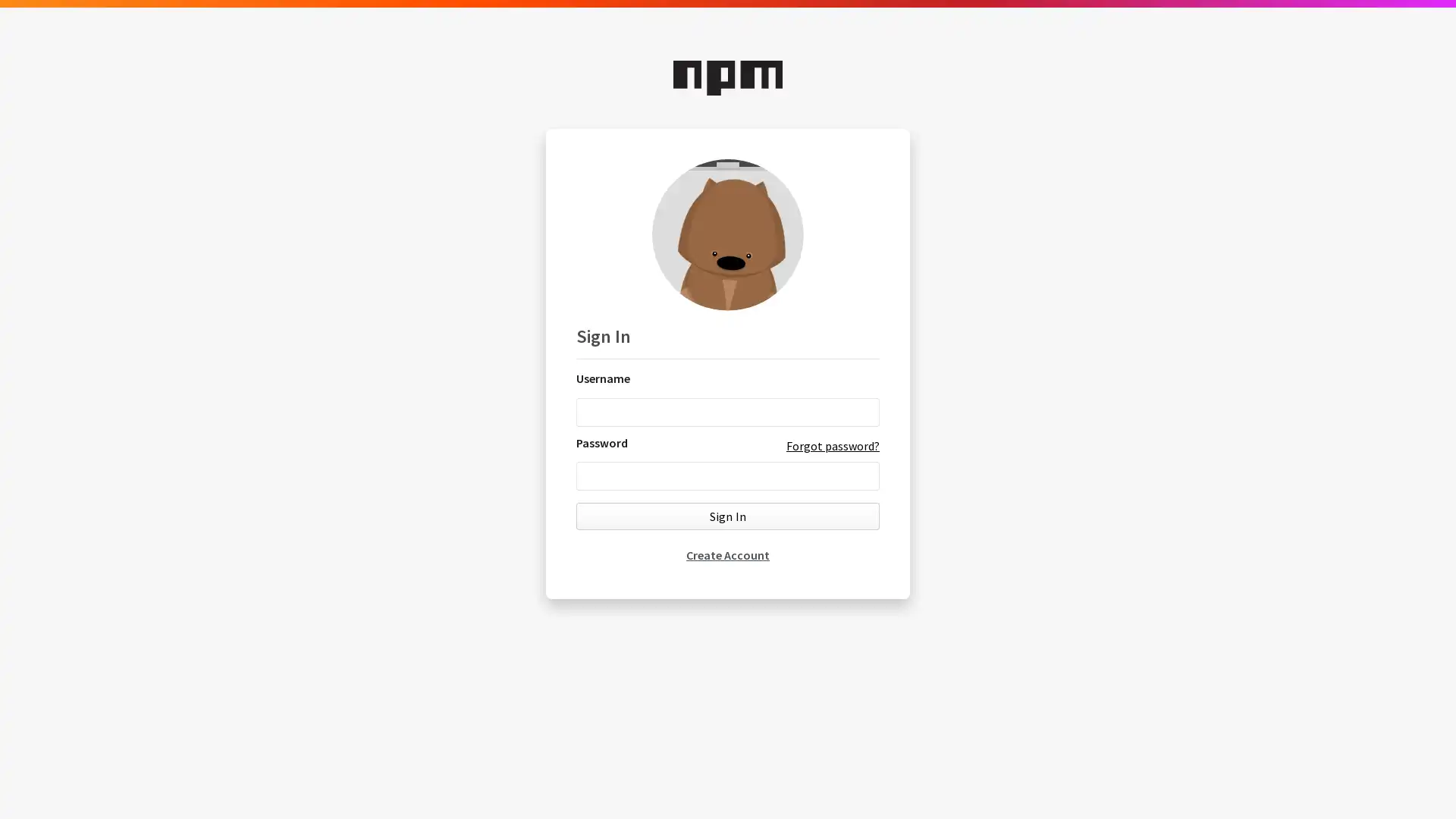 The height and width of the screenshot is (819, 1456). I want to click on Sign In, so click(728, 515).